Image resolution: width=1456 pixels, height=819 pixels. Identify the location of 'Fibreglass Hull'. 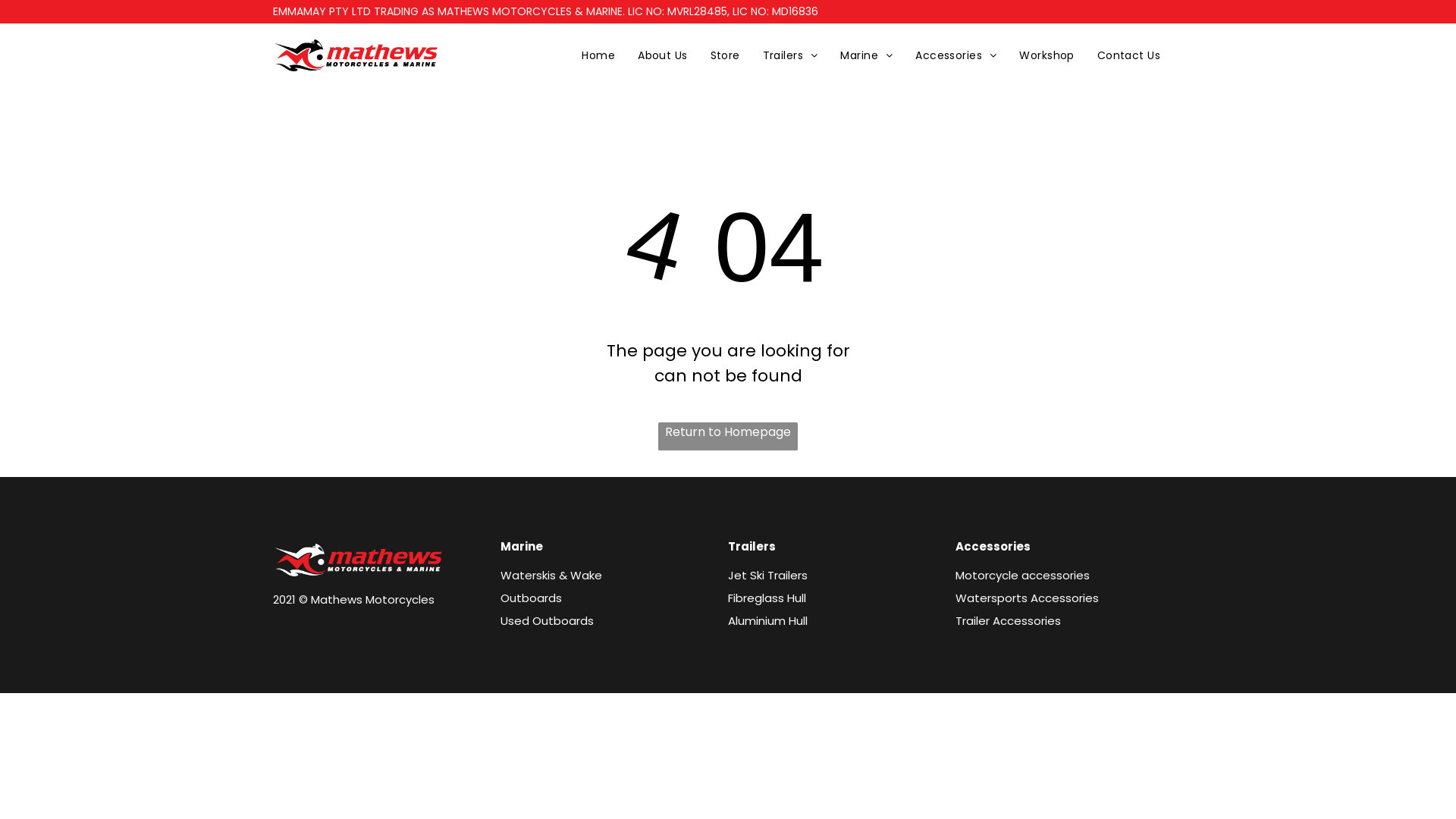
(728, 597).